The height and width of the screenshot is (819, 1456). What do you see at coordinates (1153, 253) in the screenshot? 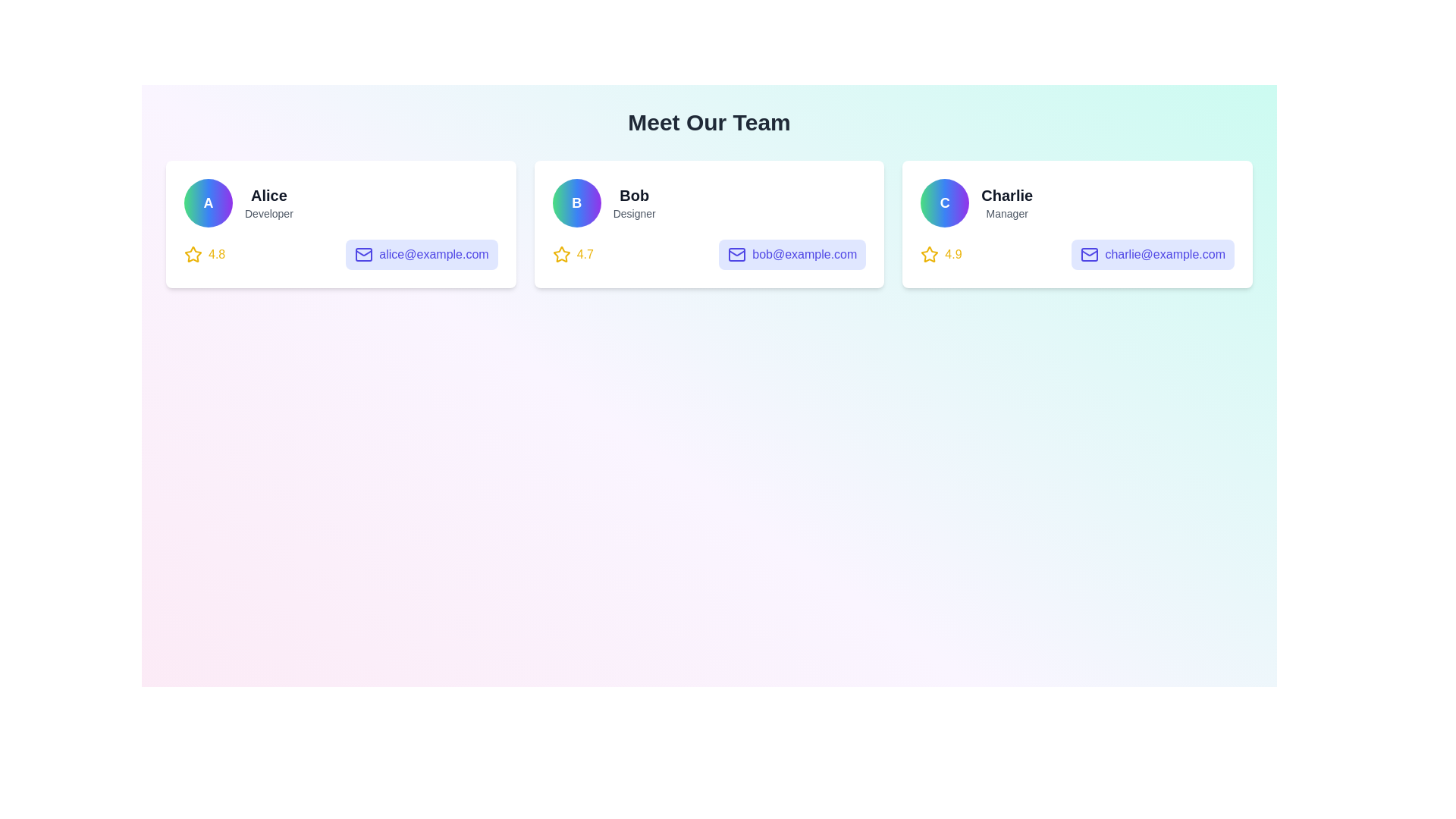
I see `the interactive text element displaying the email address 'charlie@example.com' with an envelope icon, located in the bottom-right corner of the third card from the left` at bounding box center [1153, 253].